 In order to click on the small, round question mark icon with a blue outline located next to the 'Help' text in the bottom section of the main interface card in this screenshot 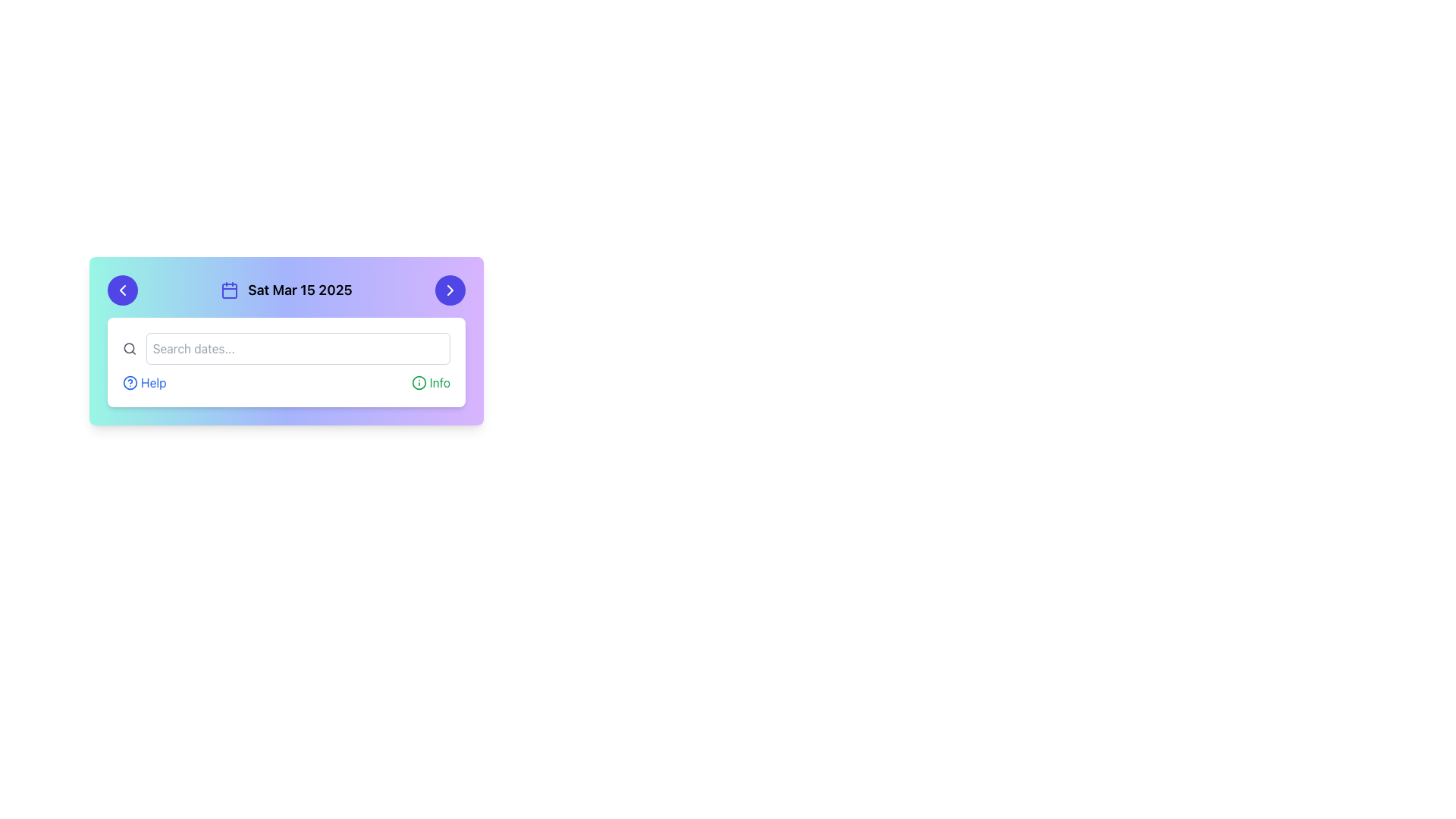, I will do `click(130, 382)`.